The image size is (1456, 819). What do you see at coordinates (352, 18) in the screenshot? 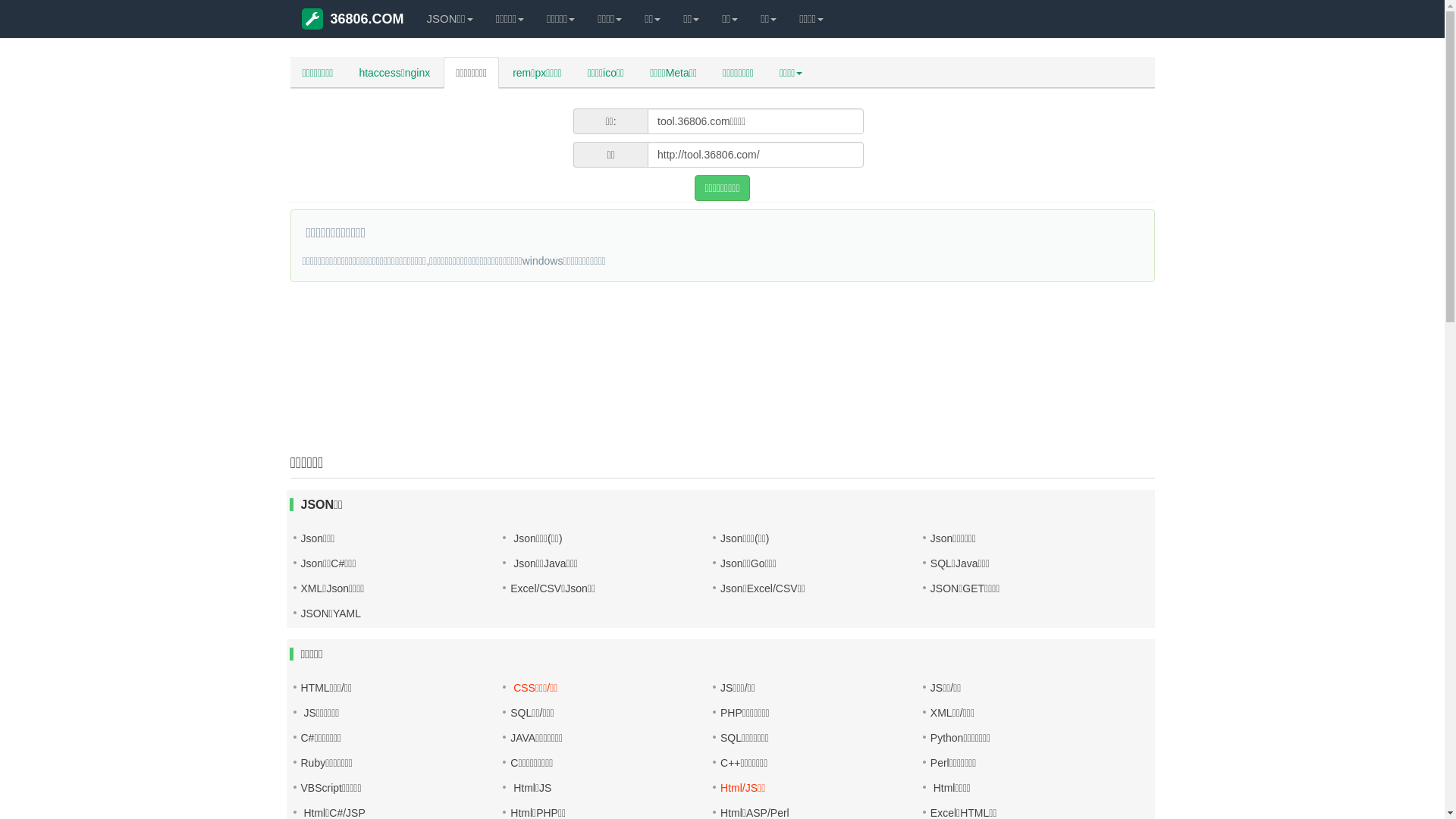
I see `'36806.COM'` at bounding box center [352, 18].